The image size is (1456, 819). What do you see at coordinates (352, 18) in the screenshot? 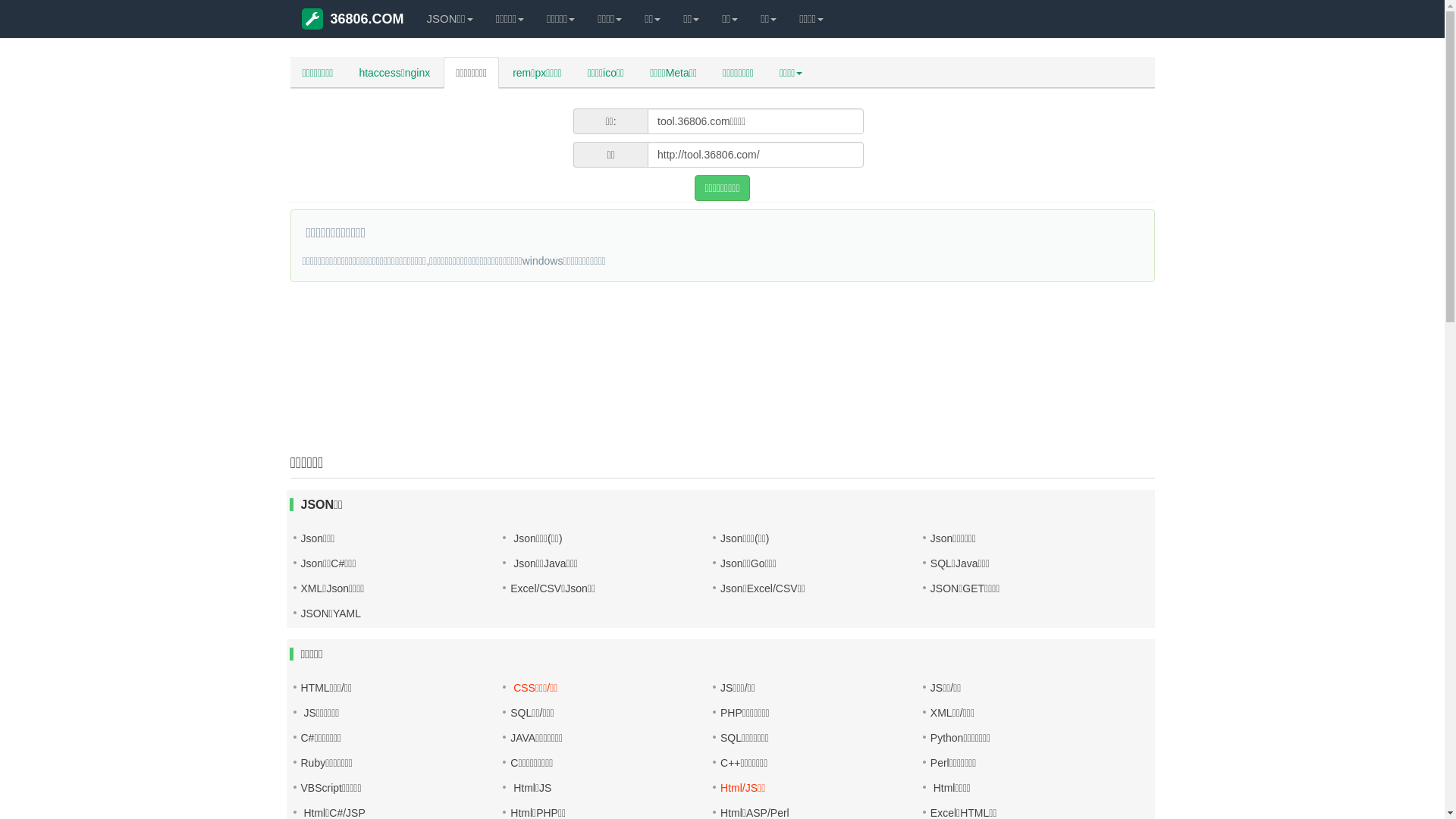
I see `'36806.COM'` at bounding box center [352, 18].